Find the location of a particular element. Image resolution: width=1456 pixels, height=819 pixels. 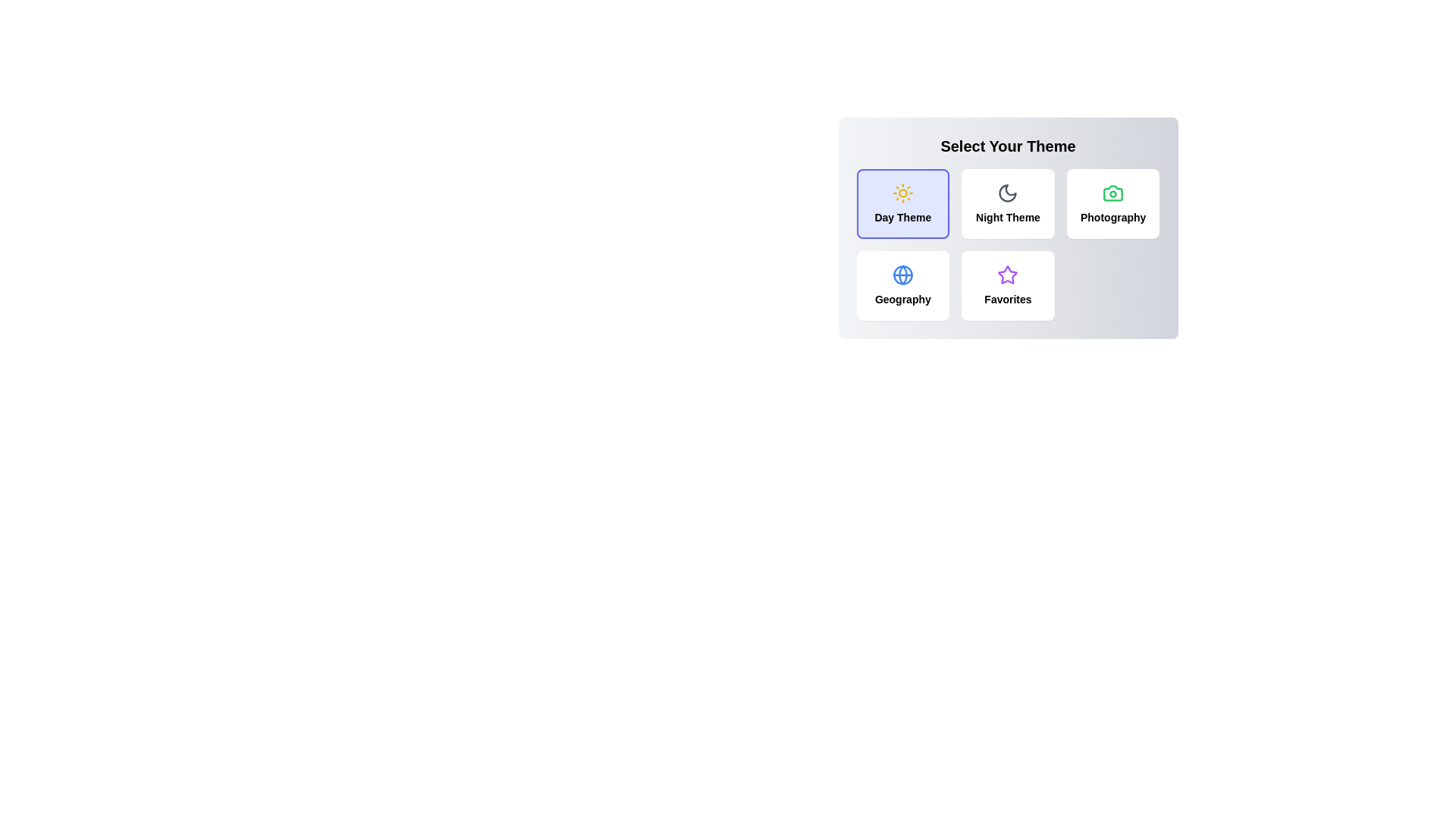

the 'Geography' button, which is a rectangular button with a blue globe icon above the label, located in the bottom-left position of a 3x2 grid is located at coordinates (902, 286).